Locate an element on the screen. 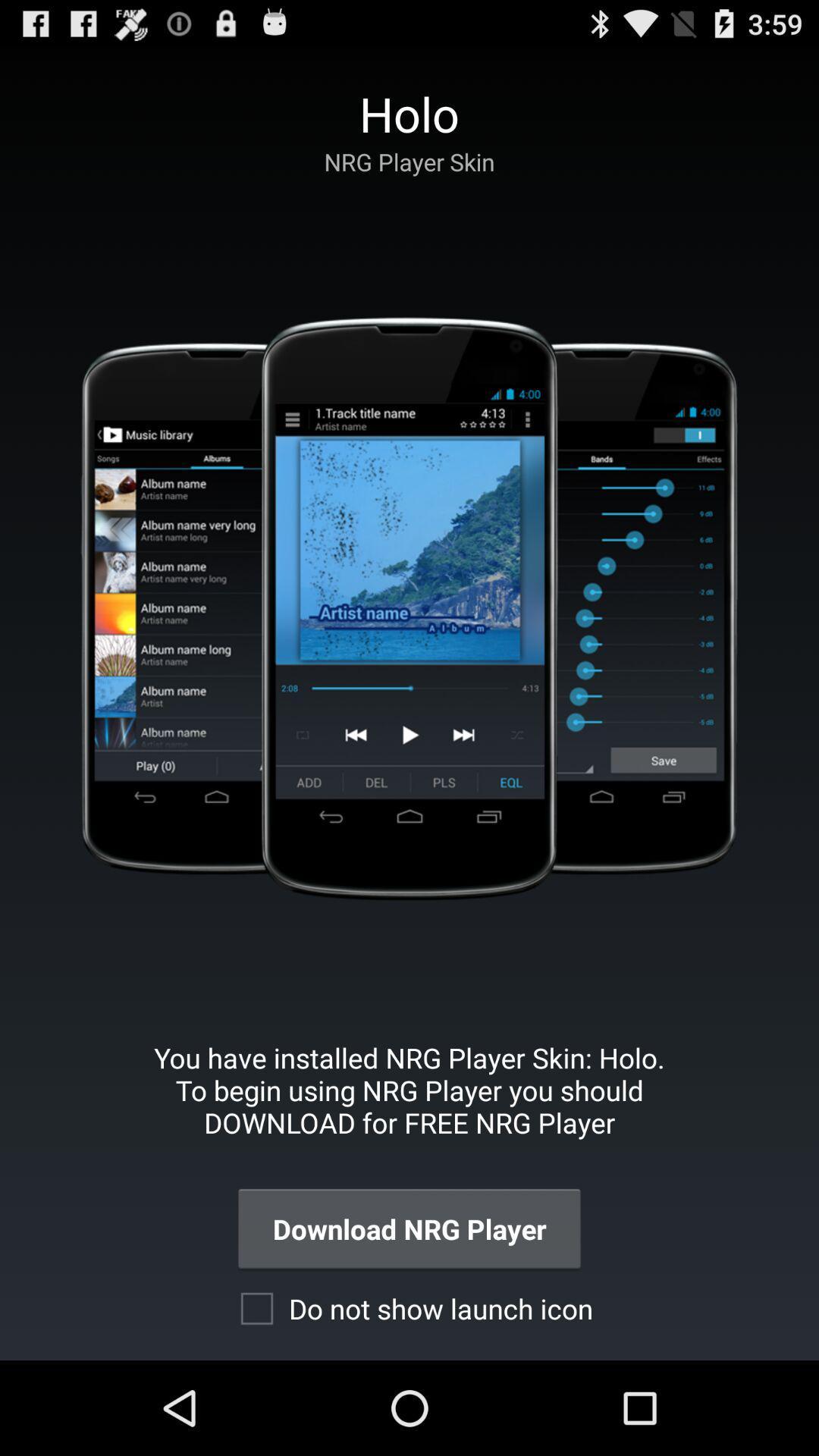  the icon below the download nrg player is located at coordinates (408, 1307).